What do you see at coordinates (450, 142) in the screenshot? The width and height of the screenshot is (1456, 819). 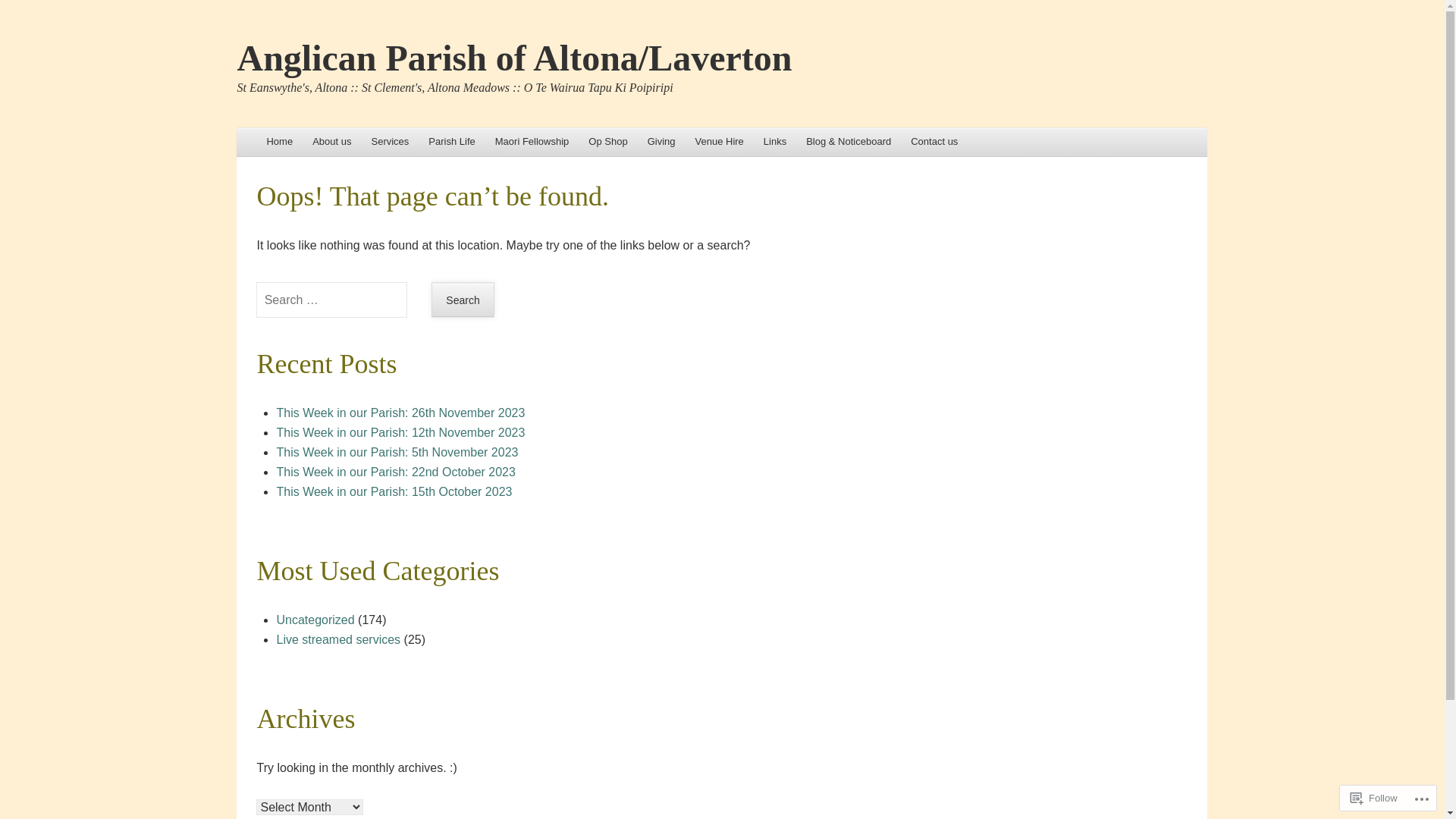 I see `'Parish Life'` at bounding box center [450, 142].